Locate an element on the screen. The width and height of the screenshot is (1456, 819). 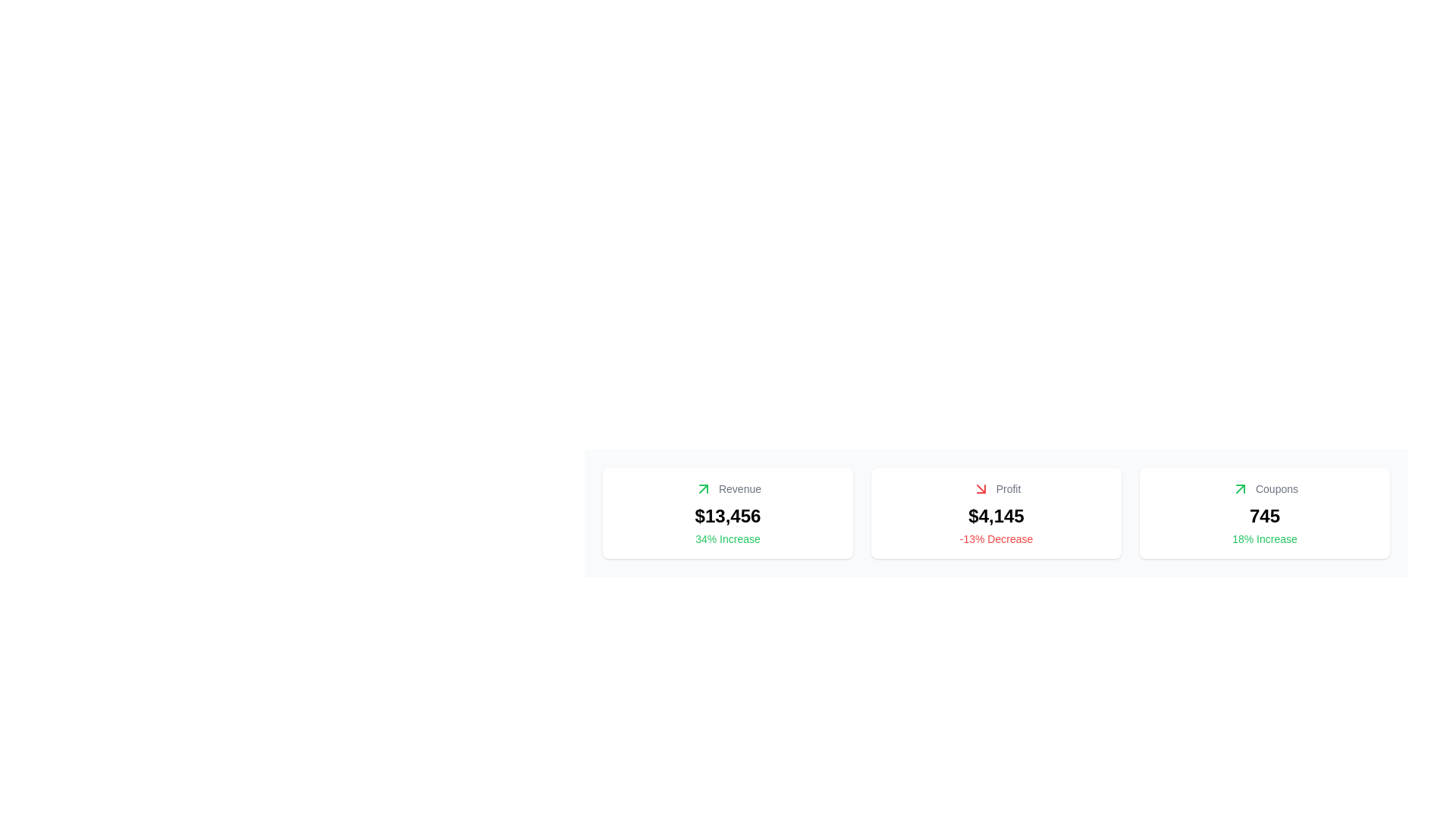
the Information card displaying financial performance data related to profit metrics, positioned in the center column below the heading 'Profit' is located at coordinates (996, 513).